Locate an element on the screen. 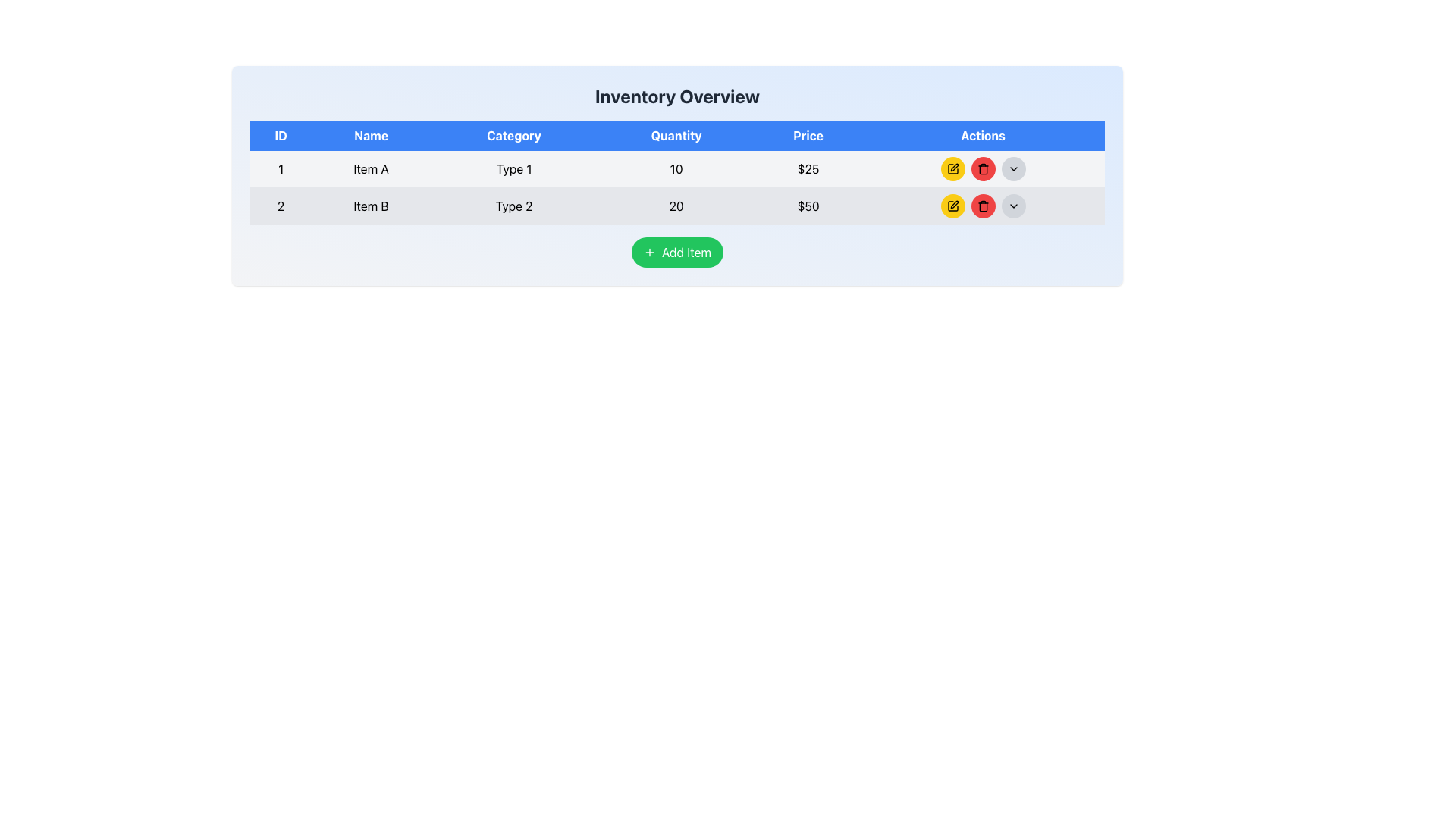  the 'Edit' icon button located in the 'Actions' column of the second row in the table to initiate the edit action is located at coordinates (952, 205).